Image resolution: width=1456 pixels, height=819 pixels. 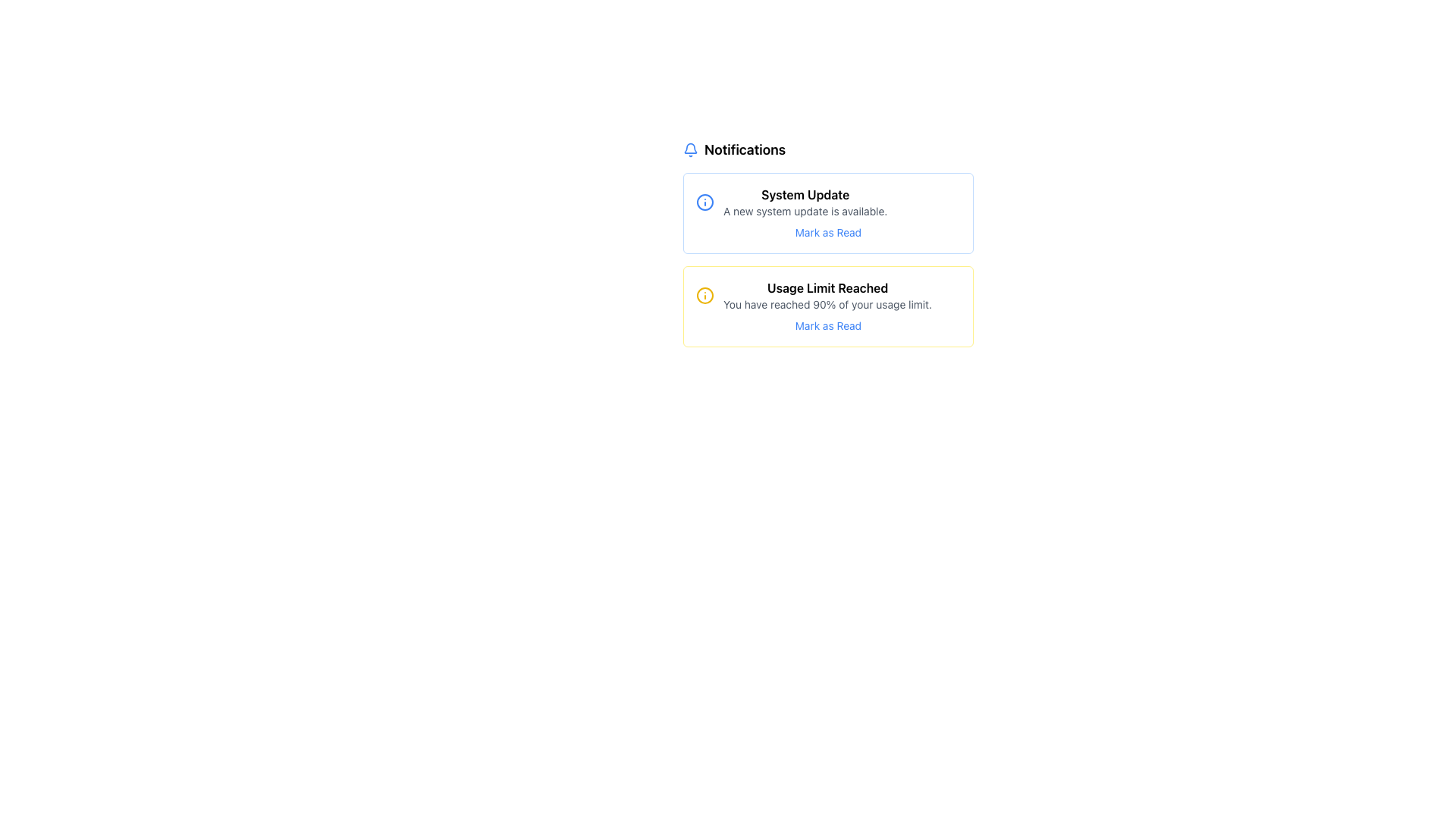 I want to click on the informational text that states 'A new system update is available,' which is located beneath the 'System Update' heading and above the 'Mark as Read' button, so click(x=805, y=211).